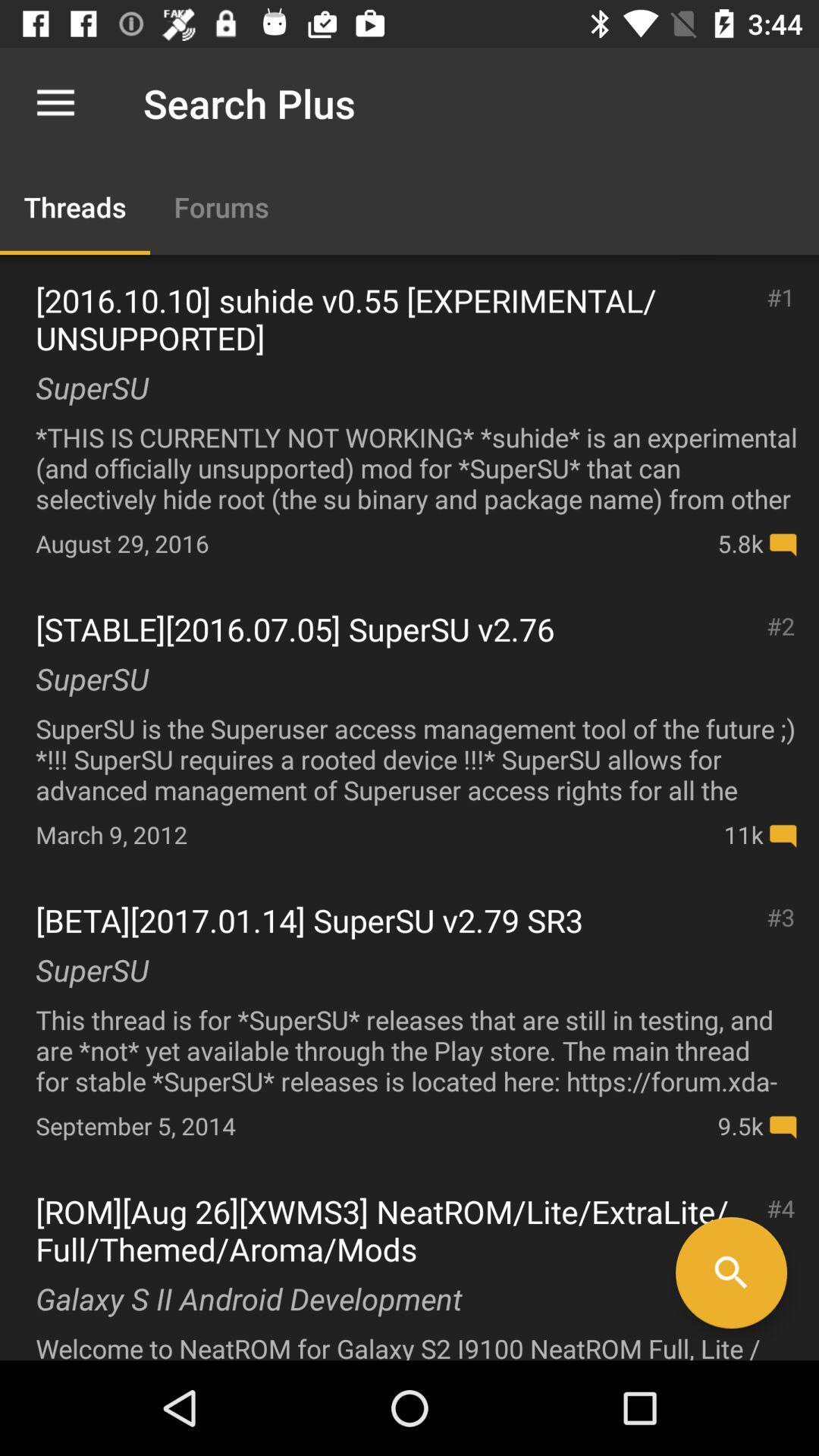 This screenshot has width=819, height=1456. Describe the element at coordinates (730, 1272) in the screenshot. I see `search` at that location.